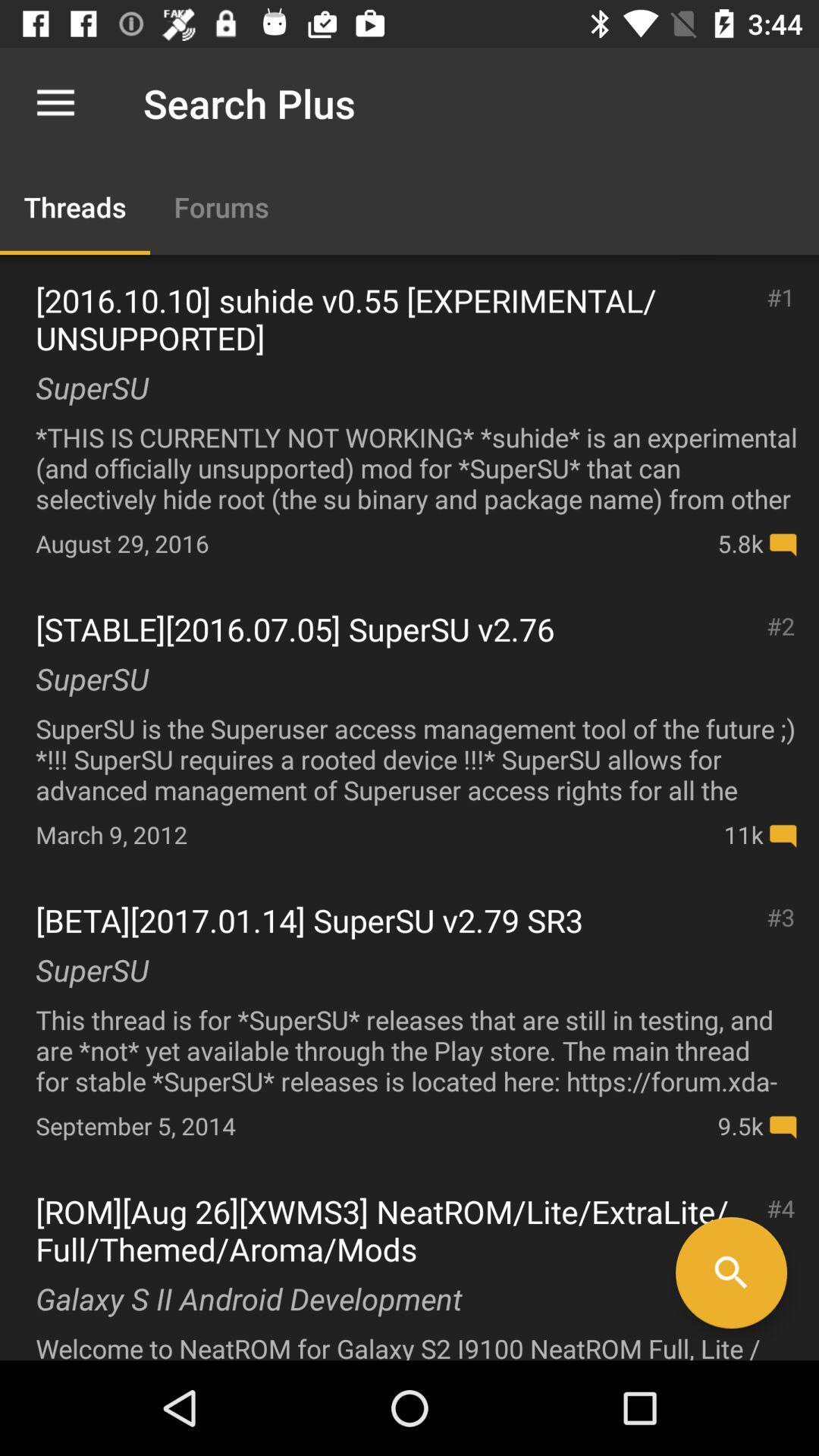 This screenshot has width=819, height=1456. Describe the element at coordinates (730, 1272) in the screenshot. I see `search` at that location.